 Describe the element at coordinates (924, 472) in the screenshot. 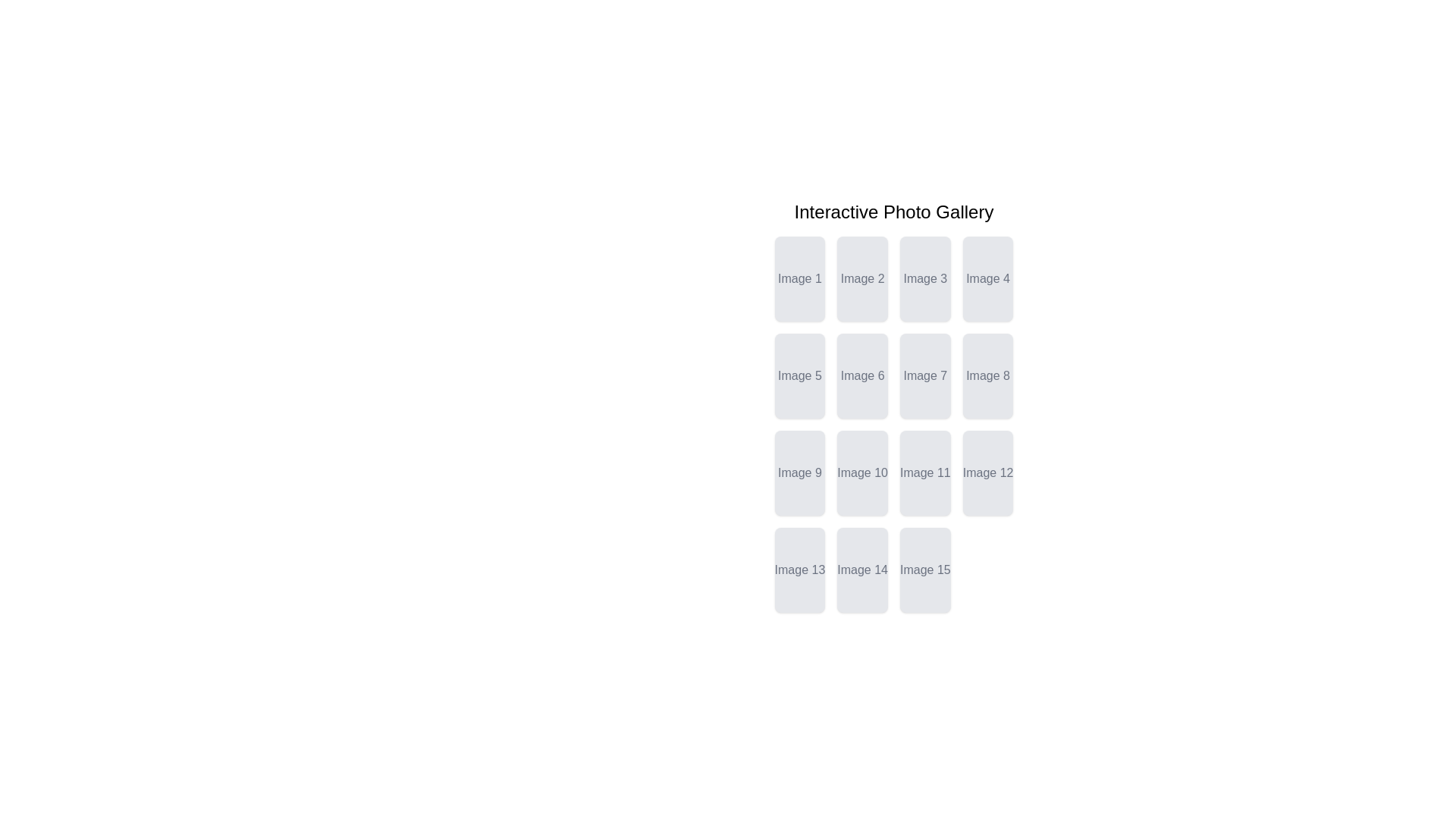

I see `the Interactive card labeled 'Image 11', which has a light gray background and is` at that location.